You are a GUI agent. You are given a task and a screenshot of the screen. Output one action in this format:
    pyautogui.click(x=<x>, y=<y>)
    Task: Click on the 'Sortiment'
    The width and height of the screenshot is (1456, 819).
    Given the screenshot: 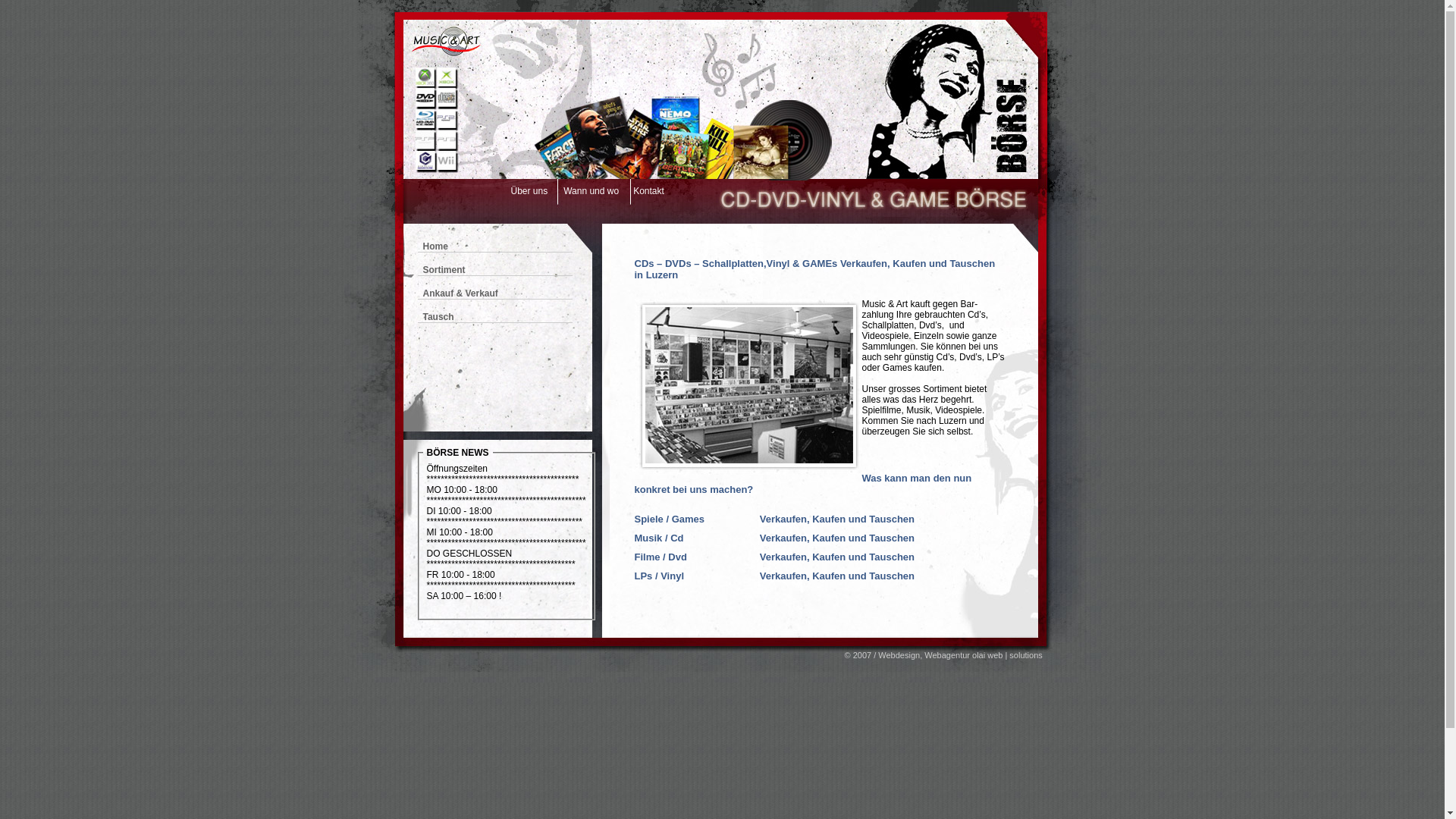 What is the action you would take?
    pyautogui.click(x=443, y=268)
    